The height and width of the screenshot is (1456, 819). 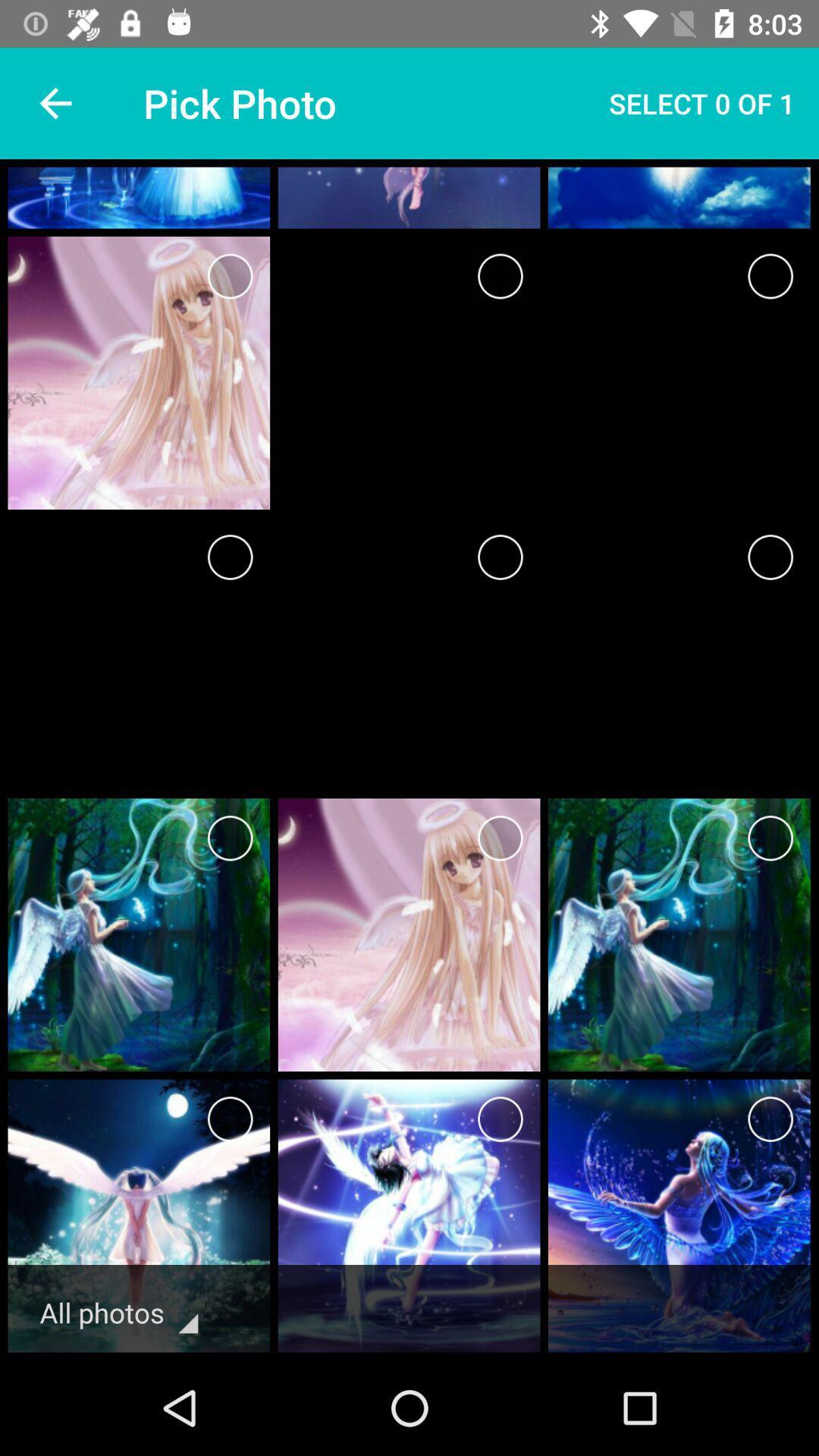 I want to click on advertisement, so click(x=500, y=837).